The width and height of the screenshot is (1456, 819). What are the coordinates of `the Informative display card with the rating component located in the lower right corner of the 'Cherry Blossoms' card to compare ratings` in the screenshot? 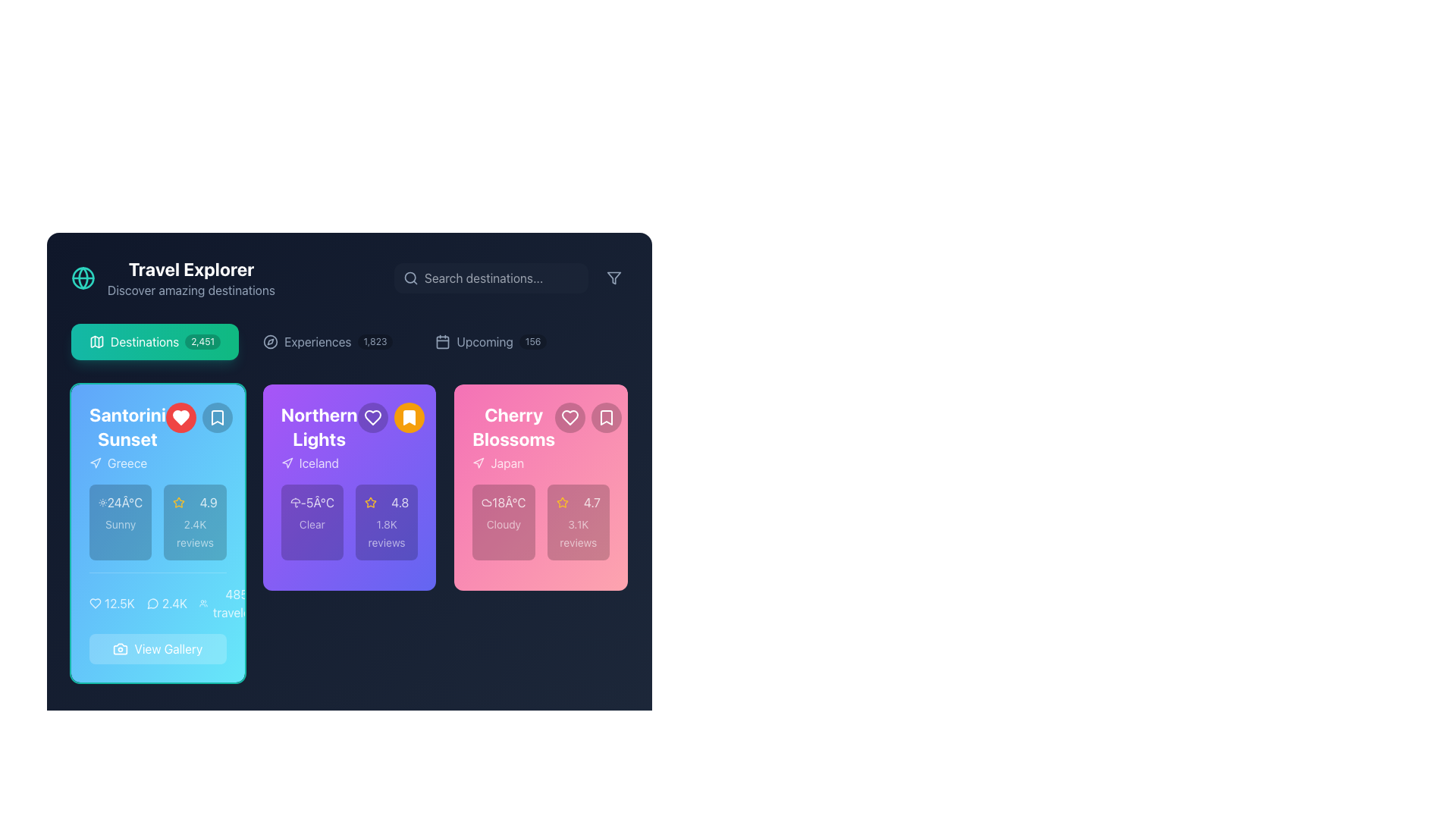 It's located at (577, 522).